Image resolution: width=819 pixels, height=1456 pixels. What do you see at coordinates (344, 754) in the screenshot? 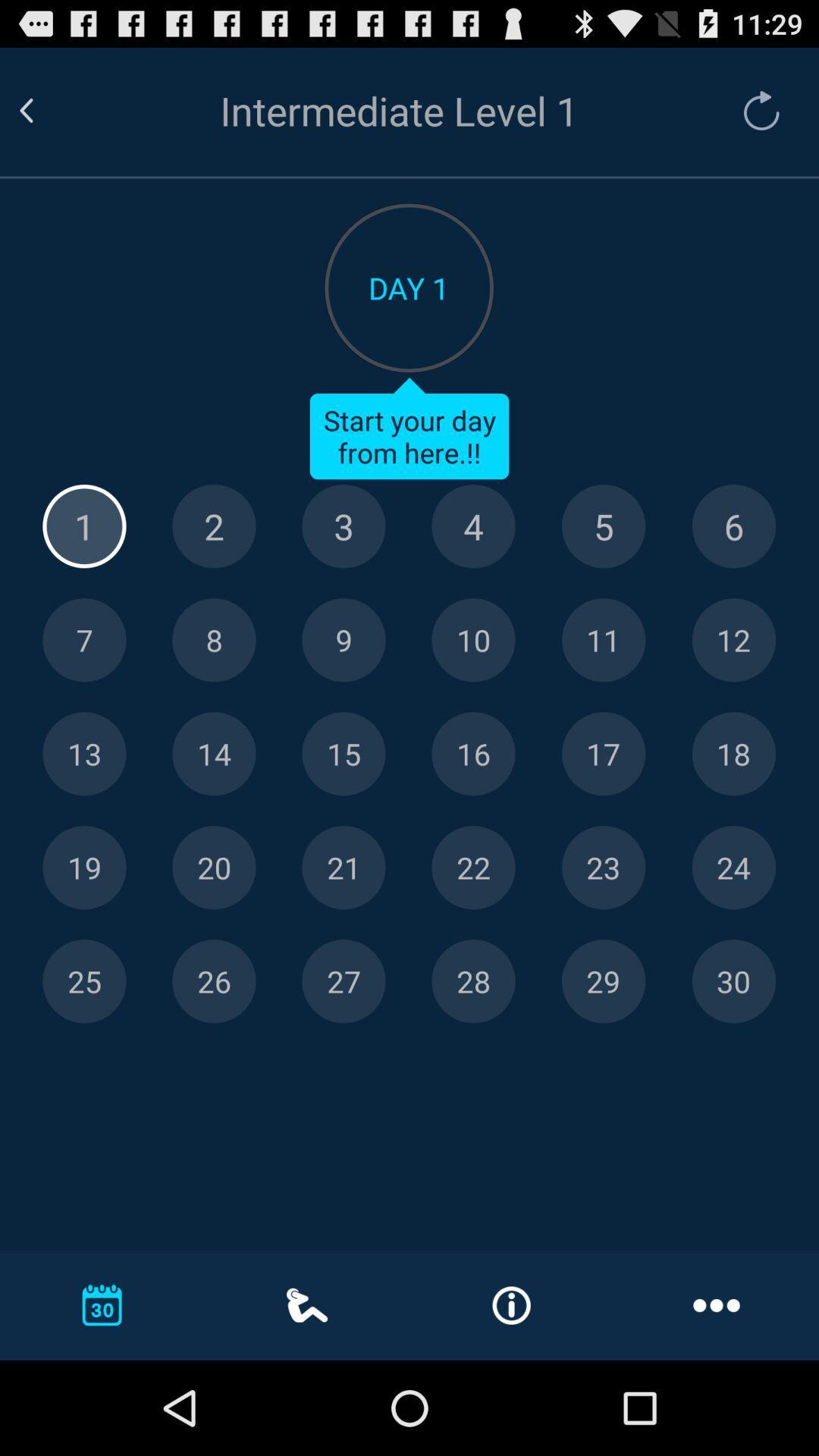
I see `day 15` at bounding box center [344, 754].